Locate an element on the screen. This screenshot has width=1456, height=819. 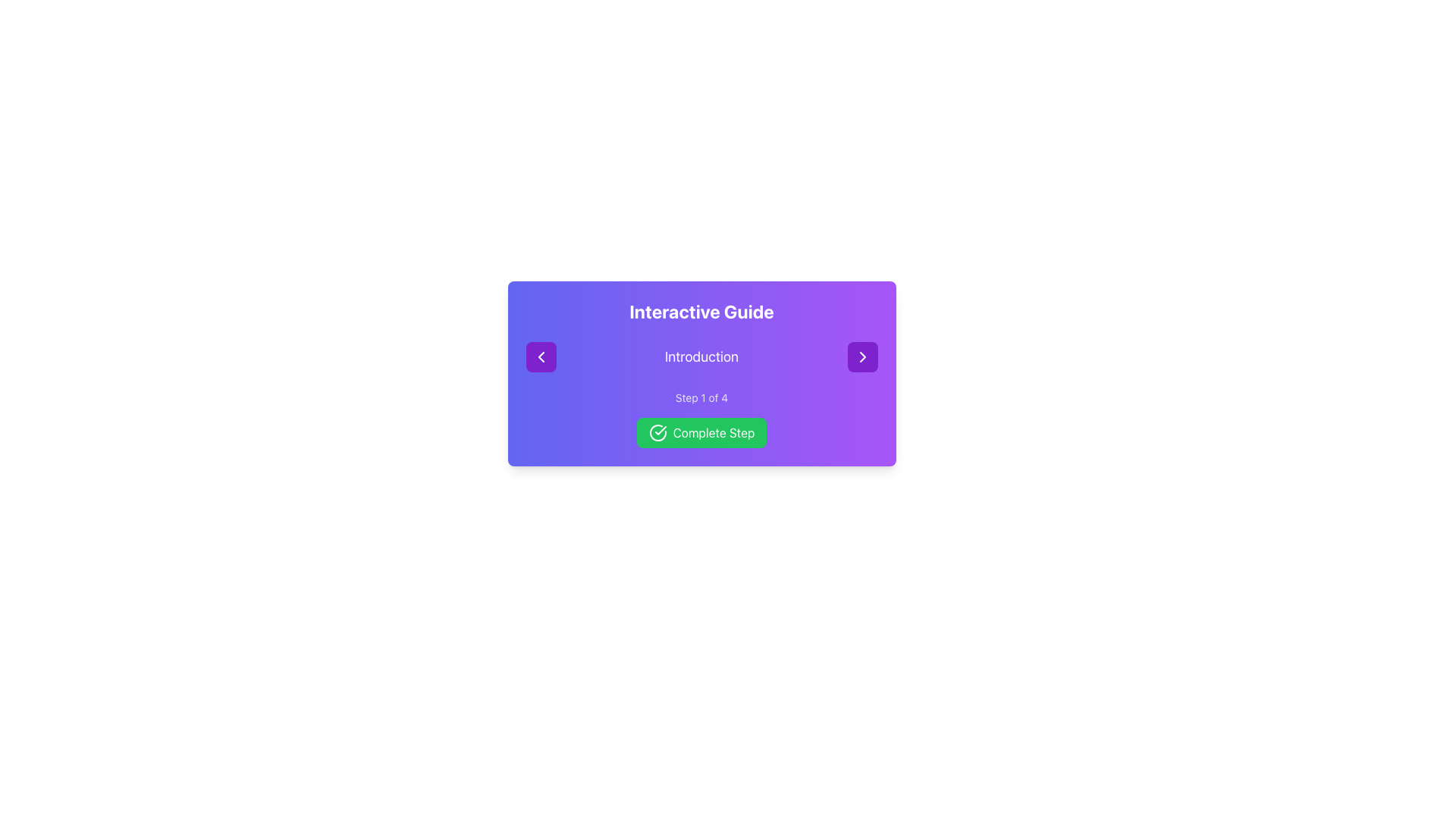
the text block displaying 'Interactive Guide' in bold, centered alignment, with a large font size and white color against a gradient purple background is located at coordinates (701, 311).